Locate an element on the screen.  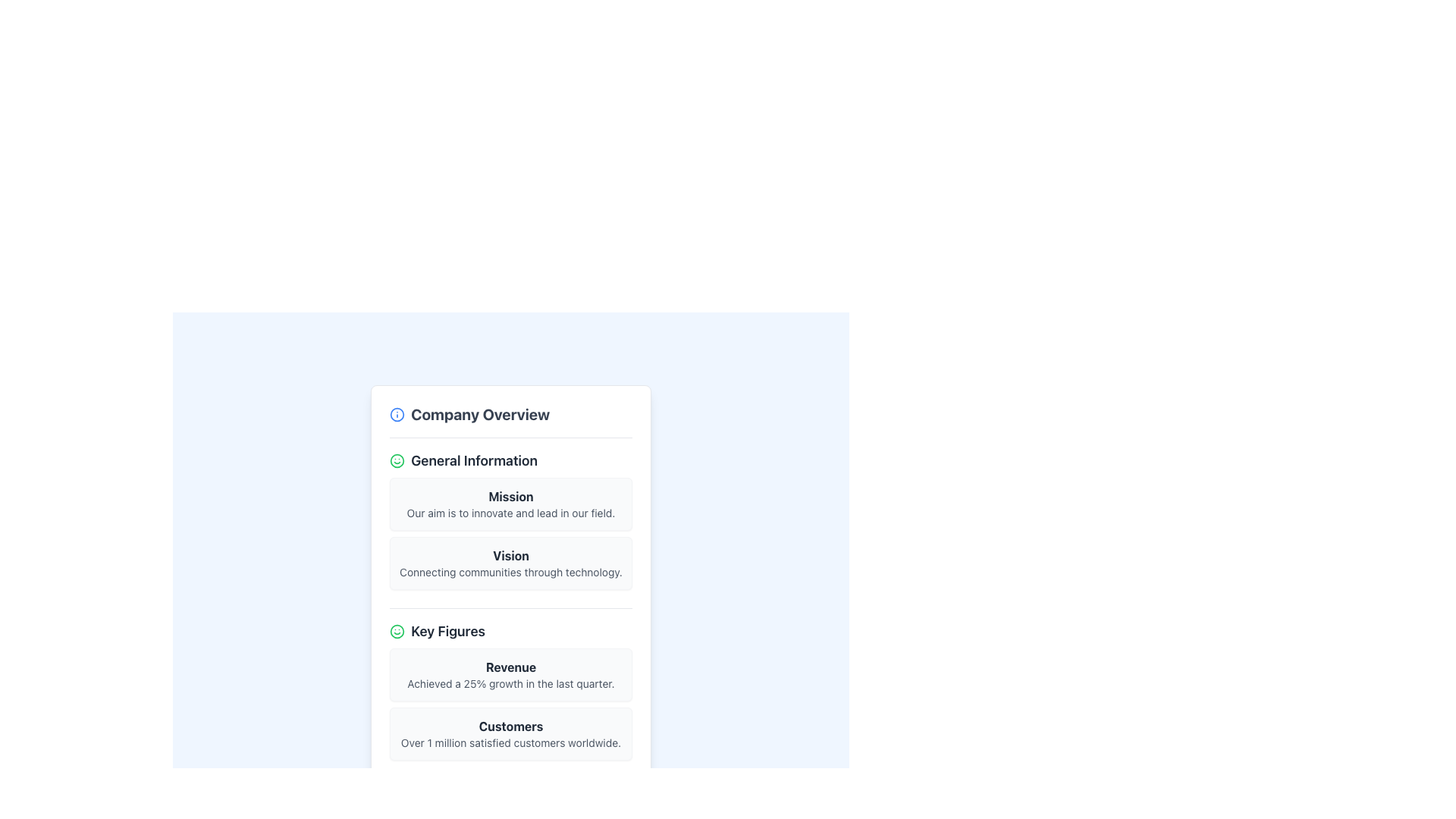
the green smiley icon located to the left of the 'Key Figures' heading in the vertical list is located at coordinates (397, 632).